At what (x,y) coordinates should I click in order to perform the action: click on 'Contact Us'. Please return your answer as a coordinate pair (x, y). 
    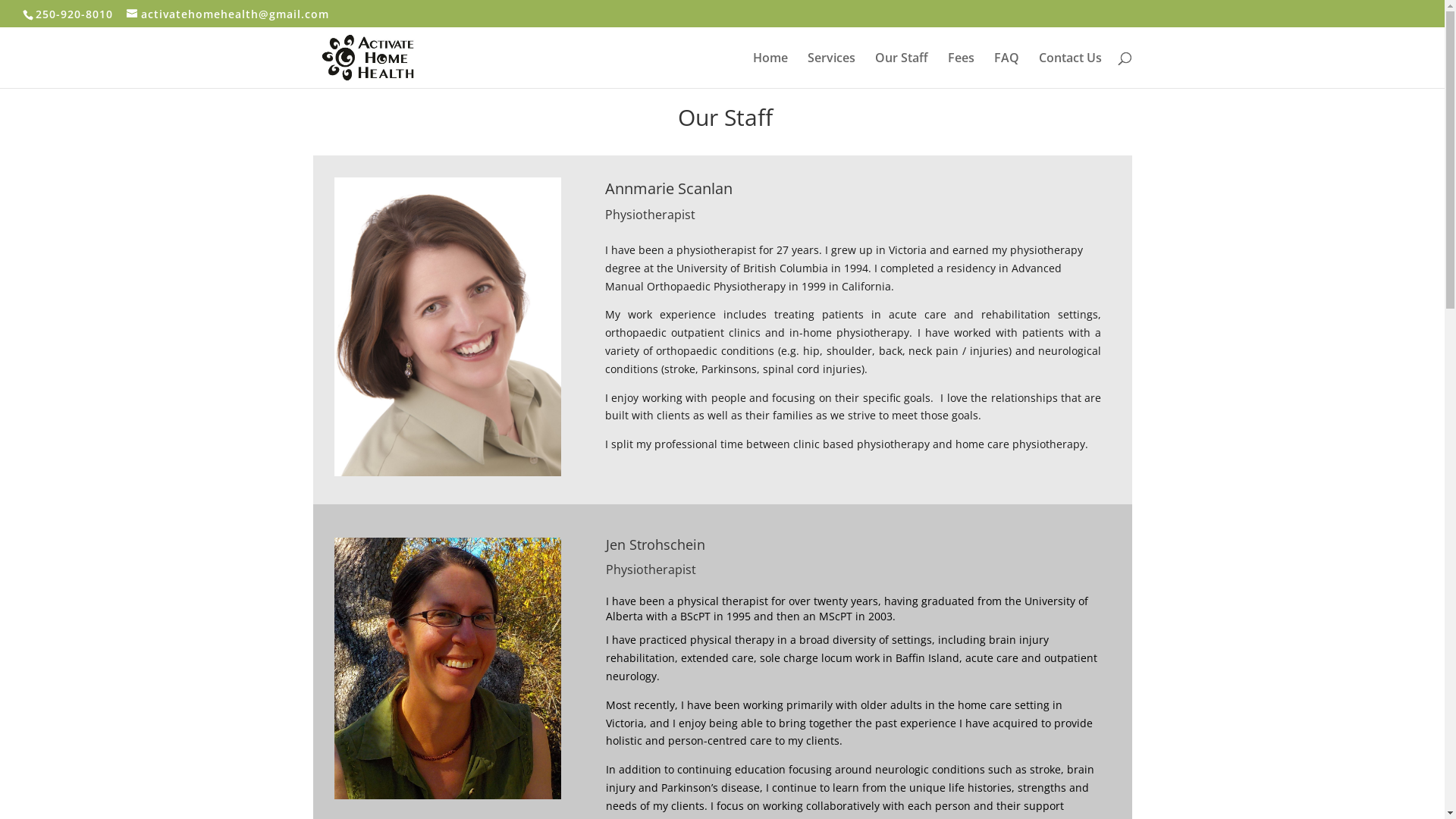
    Looking at the image, I should click on (1037, 70).